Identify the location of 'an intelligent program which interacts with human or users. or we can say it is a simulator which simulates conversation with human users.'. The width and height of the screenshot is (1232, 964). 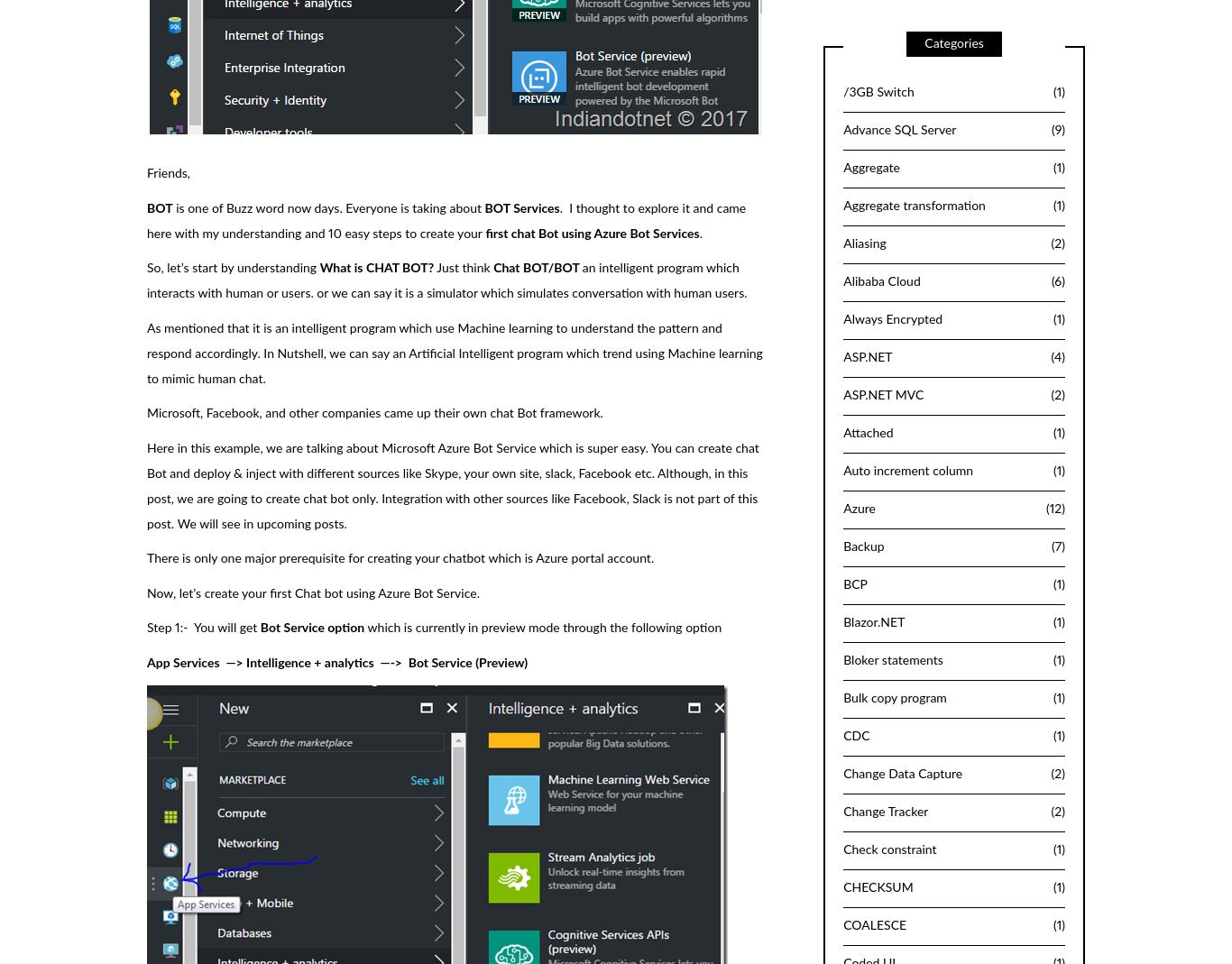
(446, 280).